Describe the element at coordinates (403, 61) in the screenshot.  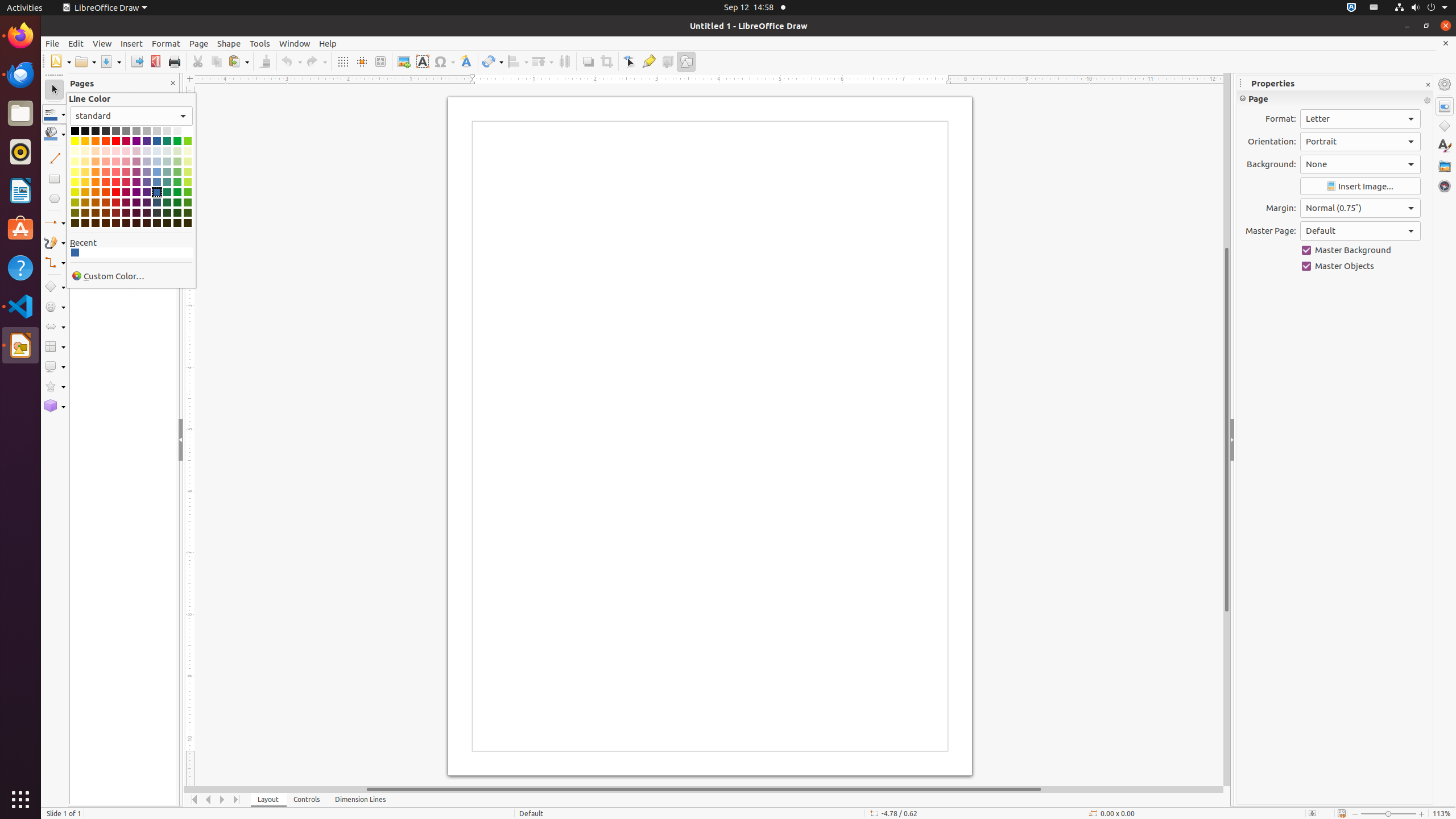
I see `'Image'` at that location.